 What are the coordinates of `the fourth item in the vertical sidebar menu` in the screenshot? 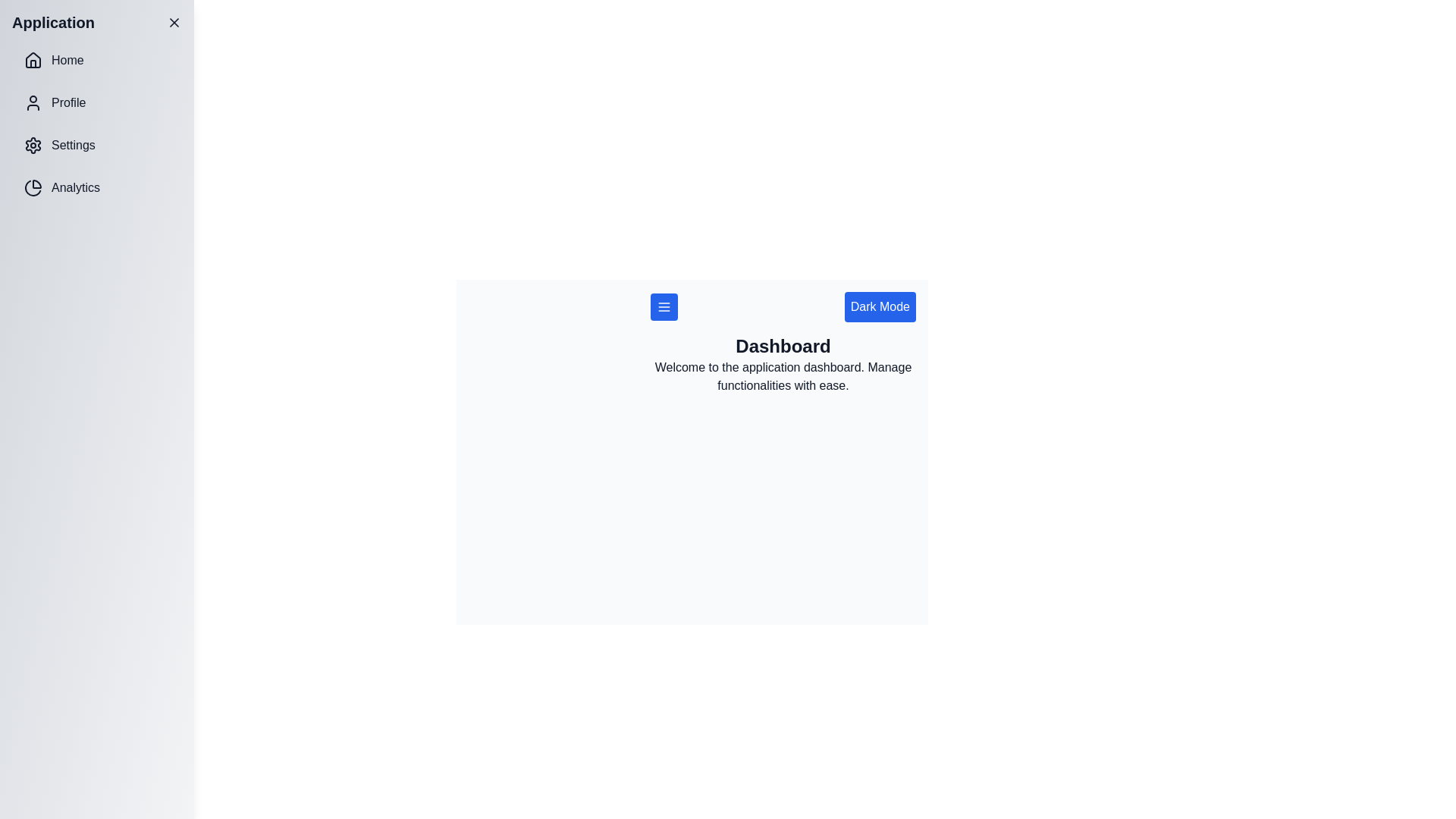 It's located at (96, 187).